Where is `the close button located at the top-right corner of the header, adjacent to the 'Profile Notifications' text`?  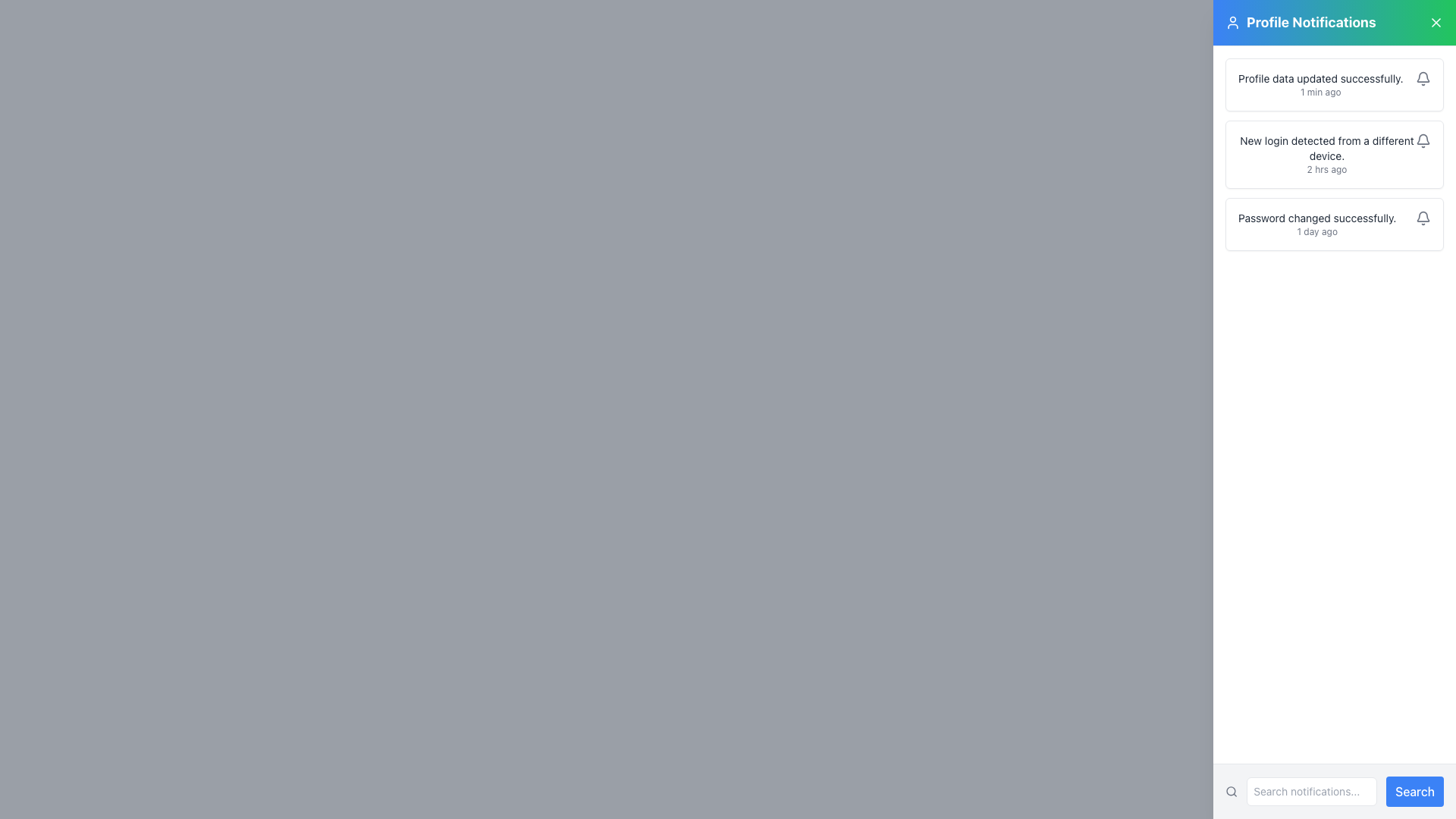 the close button located at the top-right corner of the header, adjacent to the 'Profile Notifications' text is located at coordinates (1436, 23).